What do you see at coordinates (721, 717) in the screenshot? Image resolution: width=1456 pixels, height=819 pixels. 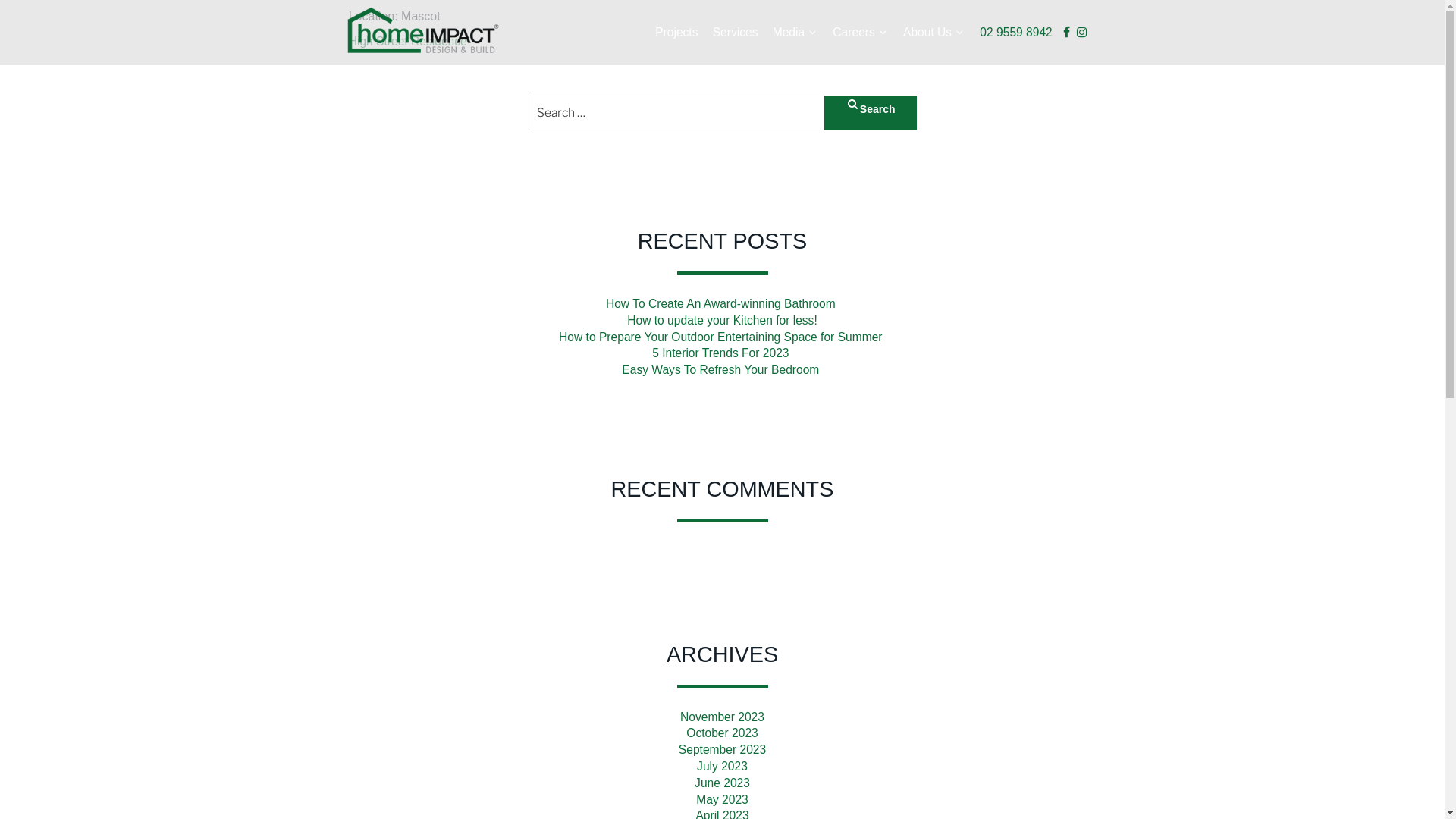 I see `'November 2023'` at bounding box center [721, 717].